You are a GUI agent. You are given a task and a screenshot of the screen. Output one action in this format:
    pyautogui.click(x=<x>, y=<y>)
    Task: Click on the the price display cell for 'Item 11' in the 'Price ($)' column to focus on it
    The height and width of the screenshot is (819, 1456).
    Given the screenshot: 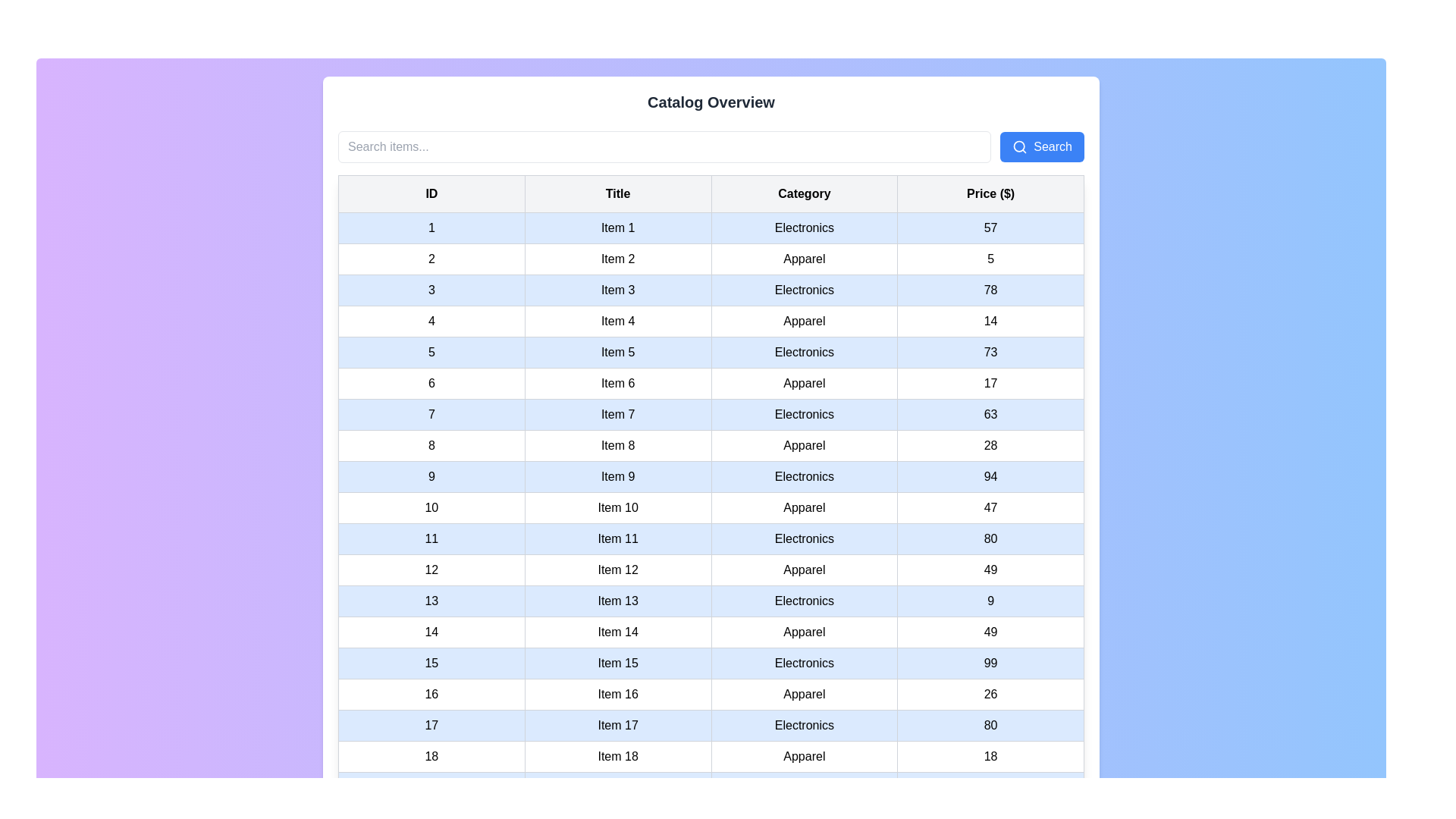 What is the action you would take?
    pyautogui.click(x=990, y=538)
    